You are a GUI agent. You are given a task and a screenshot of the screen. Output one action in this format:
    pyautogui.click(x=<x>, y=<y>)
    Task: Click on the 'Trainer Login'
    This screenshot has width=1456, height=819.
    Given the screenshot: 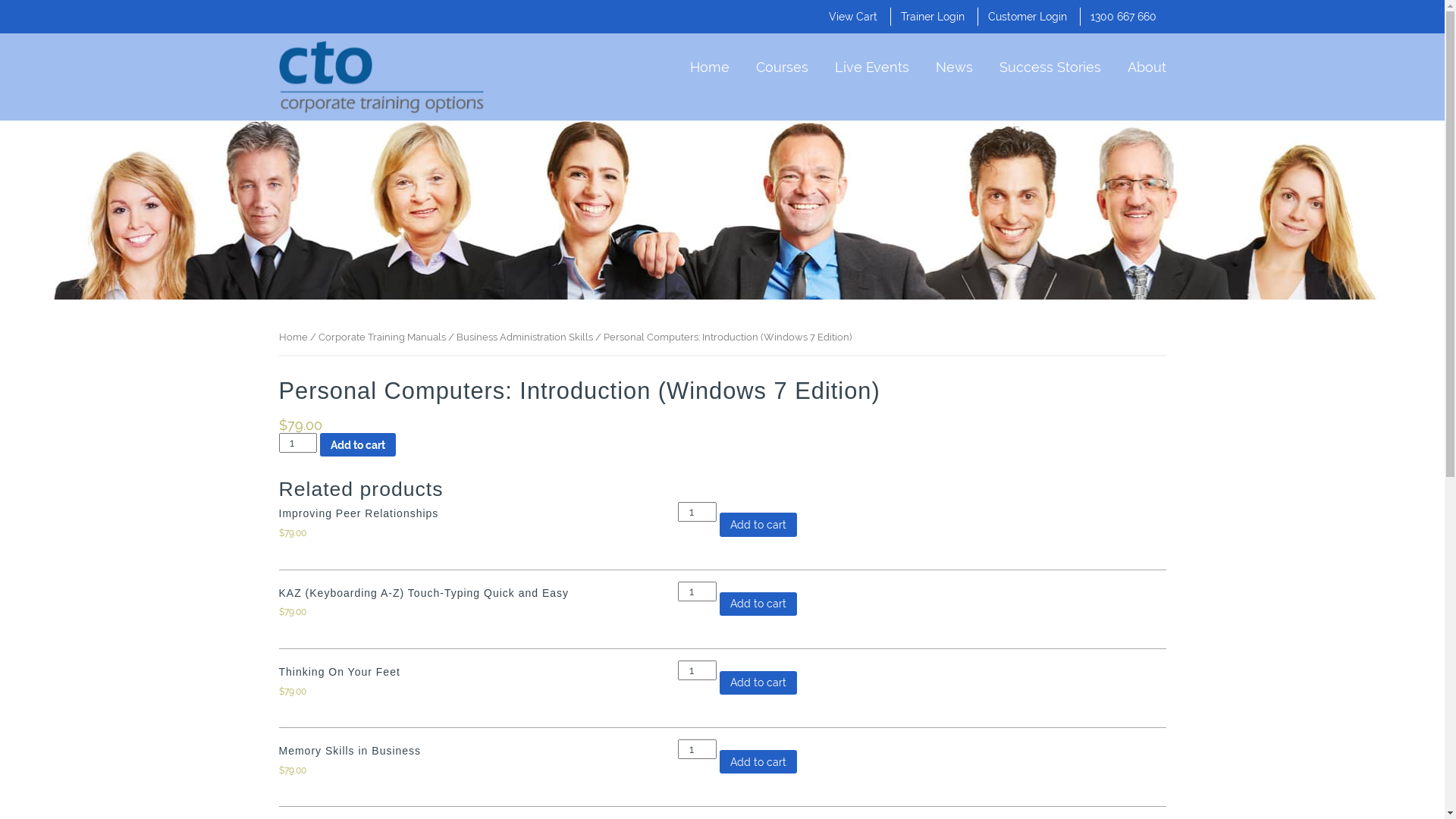 What is the action you would take?
    pyautogui.click(x=901, y=17)
    